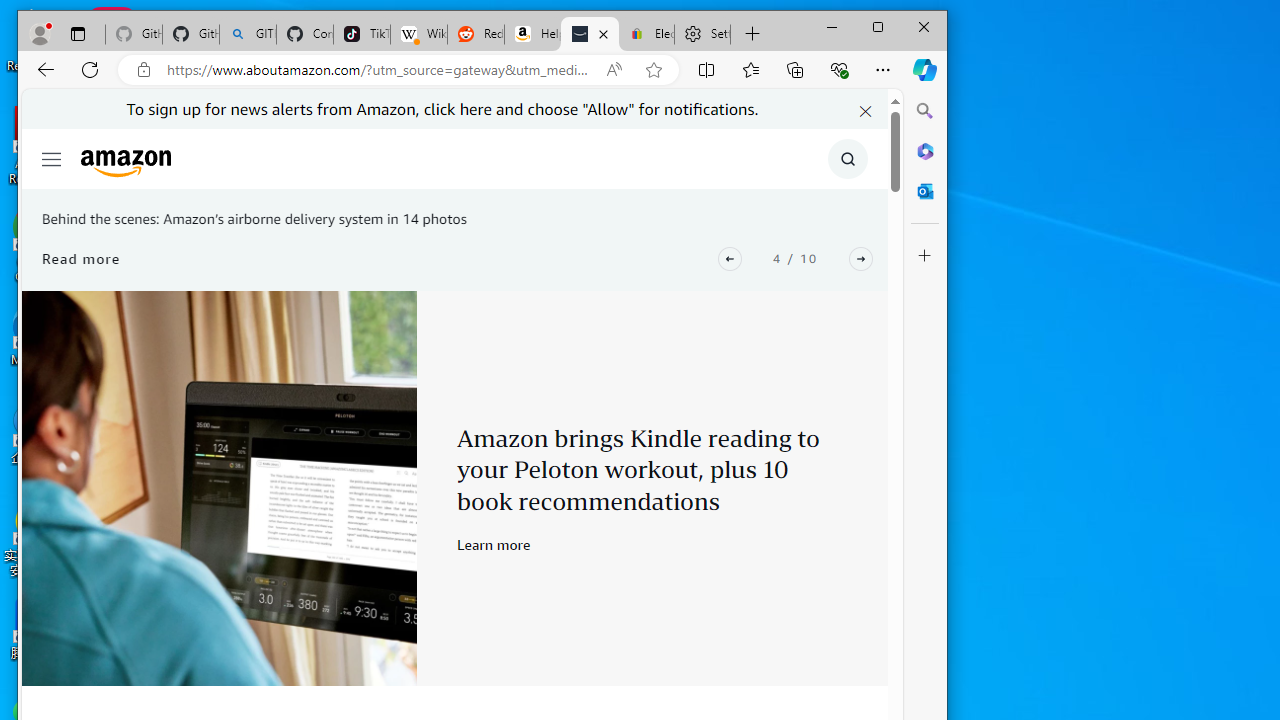  I want to click on 'Back', so click(46, 68).